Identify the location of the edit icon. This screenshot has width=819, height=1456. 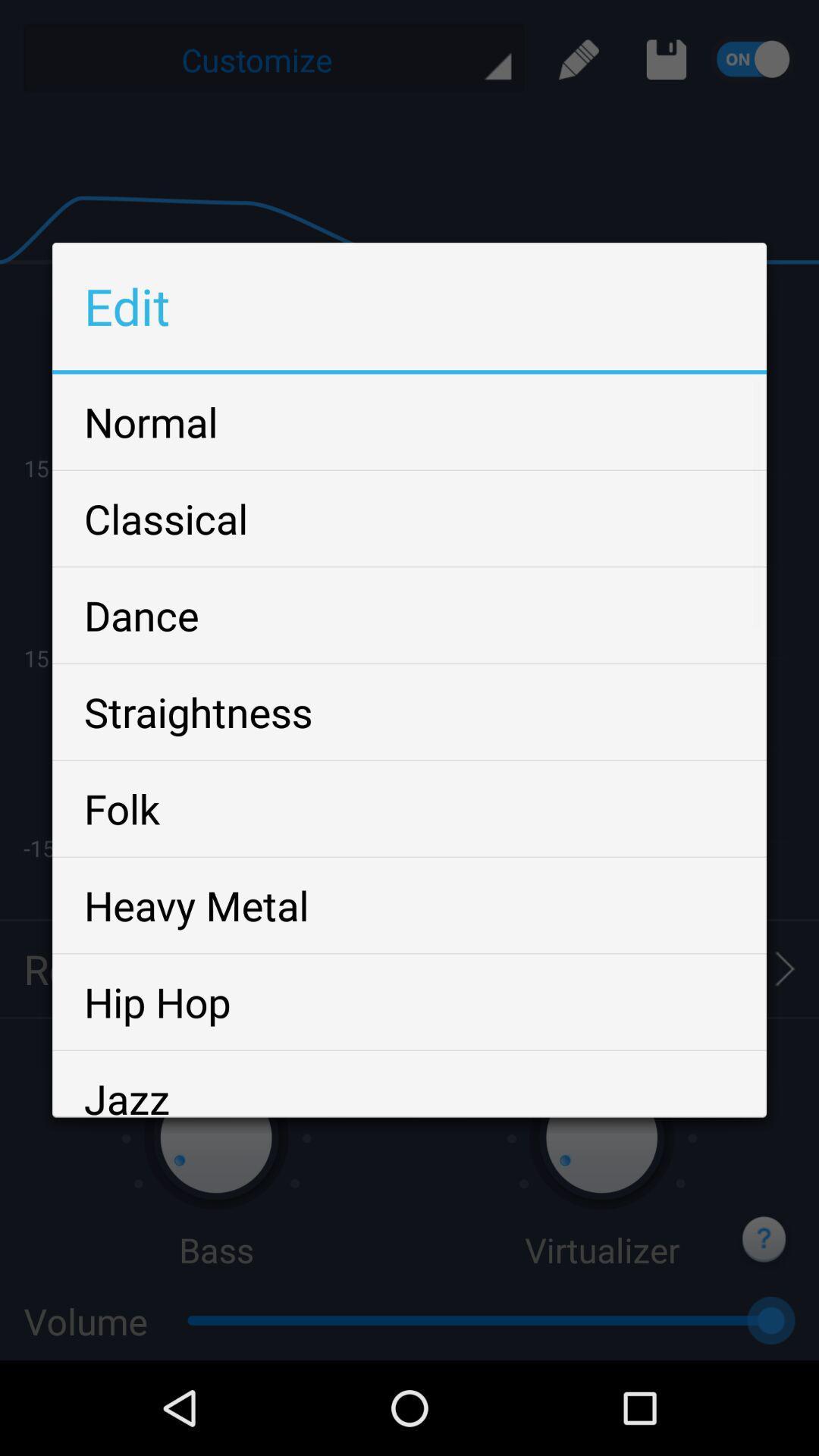
(579, 63).